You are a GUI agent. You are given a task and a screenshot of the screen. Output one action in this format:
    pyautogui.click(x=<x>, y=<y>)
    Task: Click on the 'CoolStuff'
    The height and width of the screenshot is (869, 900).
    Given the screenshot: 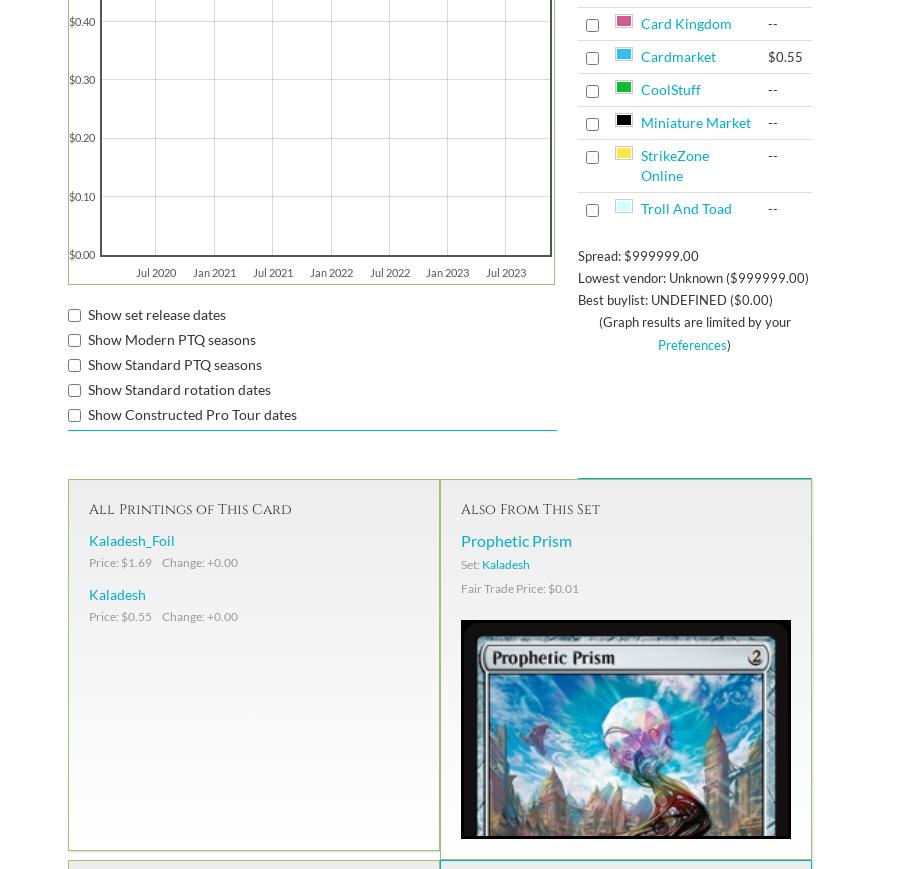 What is the action you would take?
    pyautogui.click(x=669, y=89)
    